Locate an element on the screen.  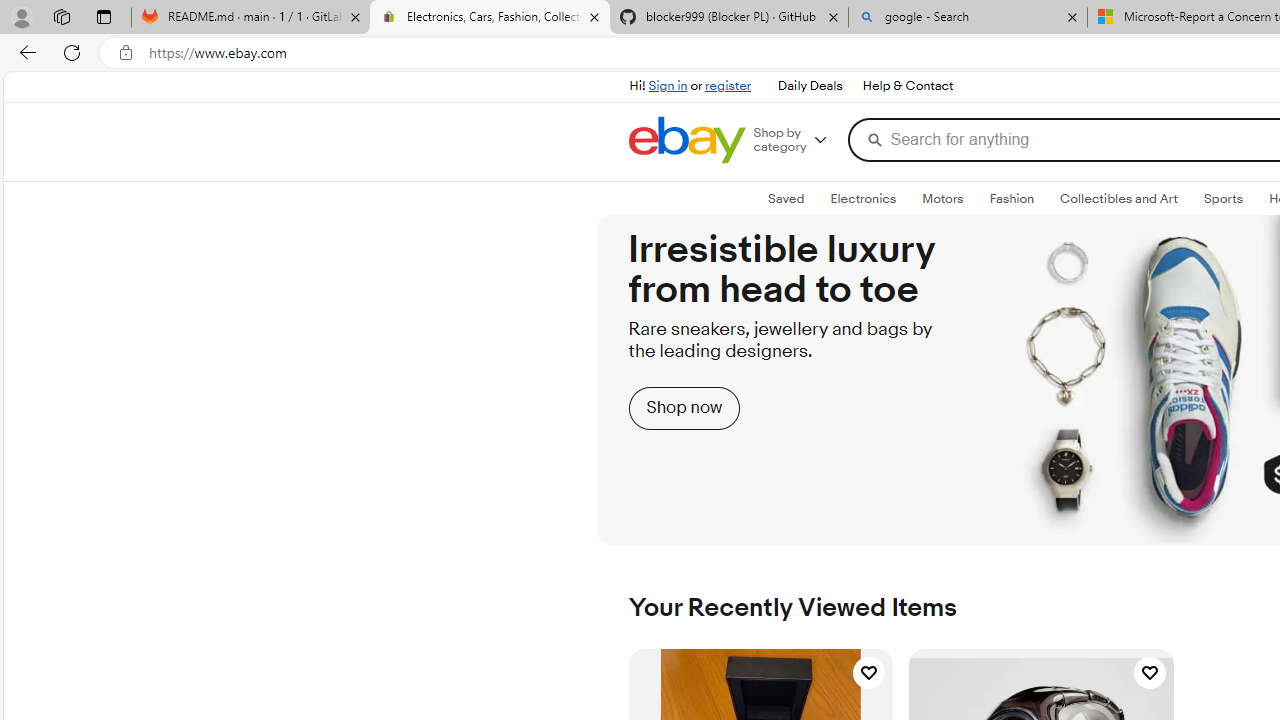
'Collectibles and Art' is located at coordinates (1117, 199).